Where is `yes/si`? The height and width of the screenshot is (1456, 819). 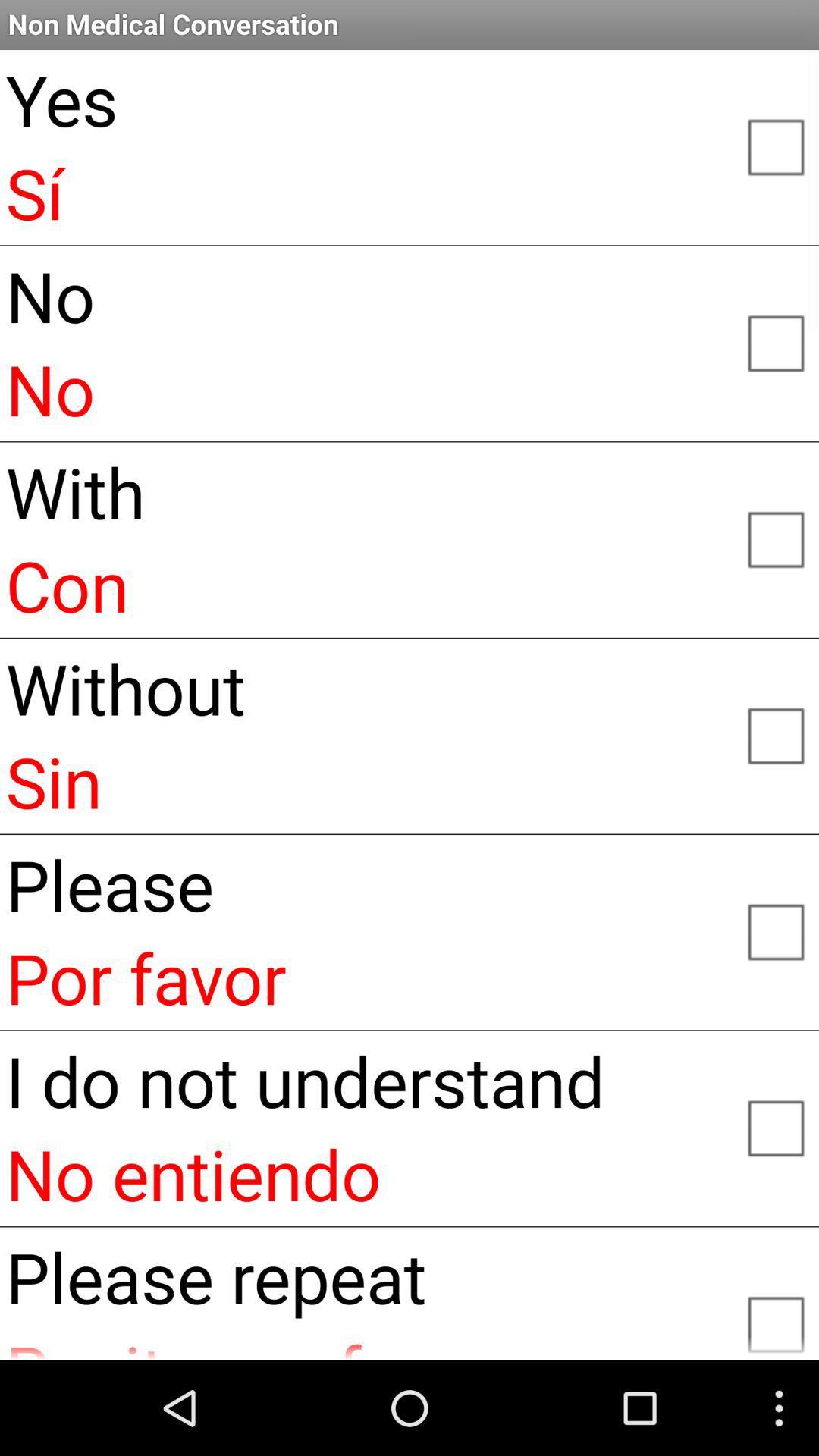 yes/si is located at coordinates (775, 146).